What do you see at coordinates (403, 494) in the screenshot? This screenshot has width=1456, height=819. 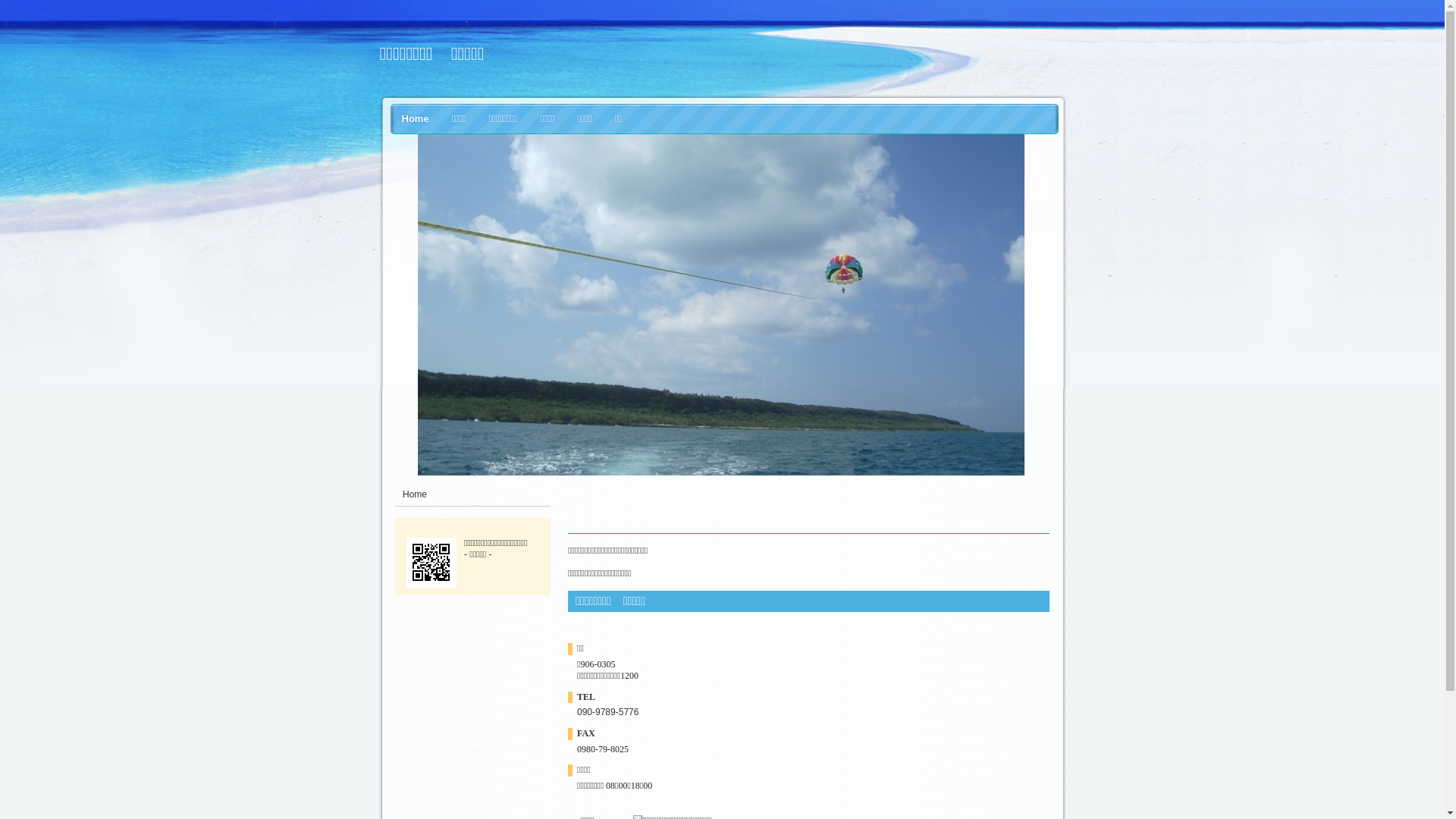 I see `'Home'` at bounding box center [403, 494].